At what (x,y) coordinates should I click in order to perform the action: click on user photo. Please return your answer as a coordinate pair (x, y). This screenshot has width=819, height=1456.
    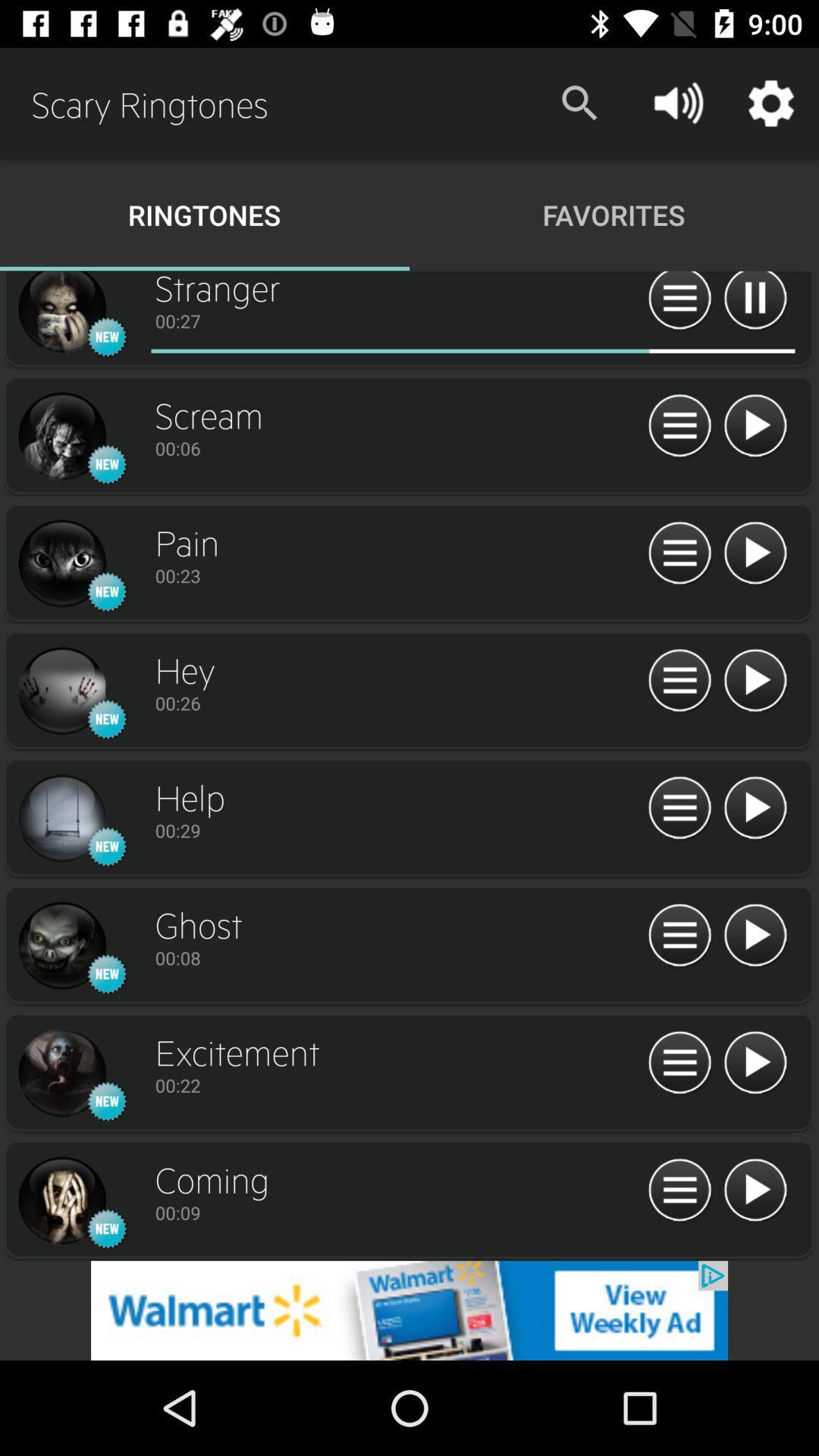
    Looking at the image, I should click on (61, 563).